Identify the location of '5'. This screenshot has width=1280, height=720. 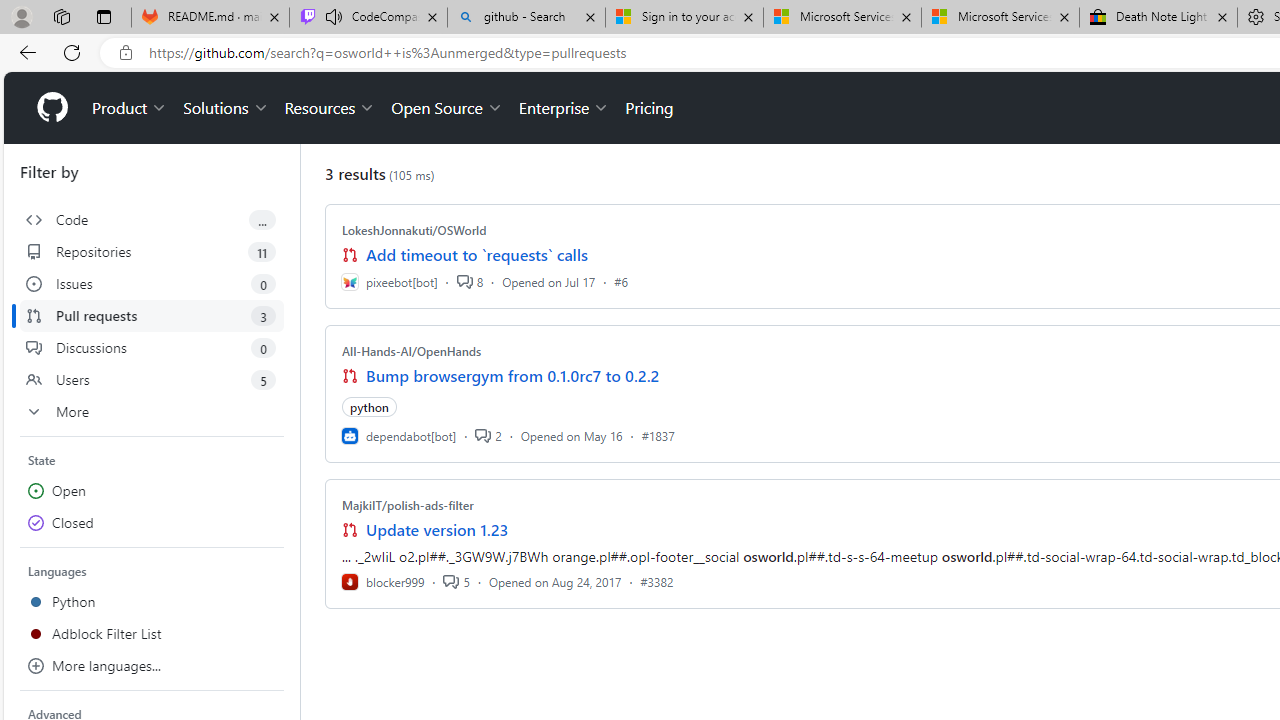
(455, 581).